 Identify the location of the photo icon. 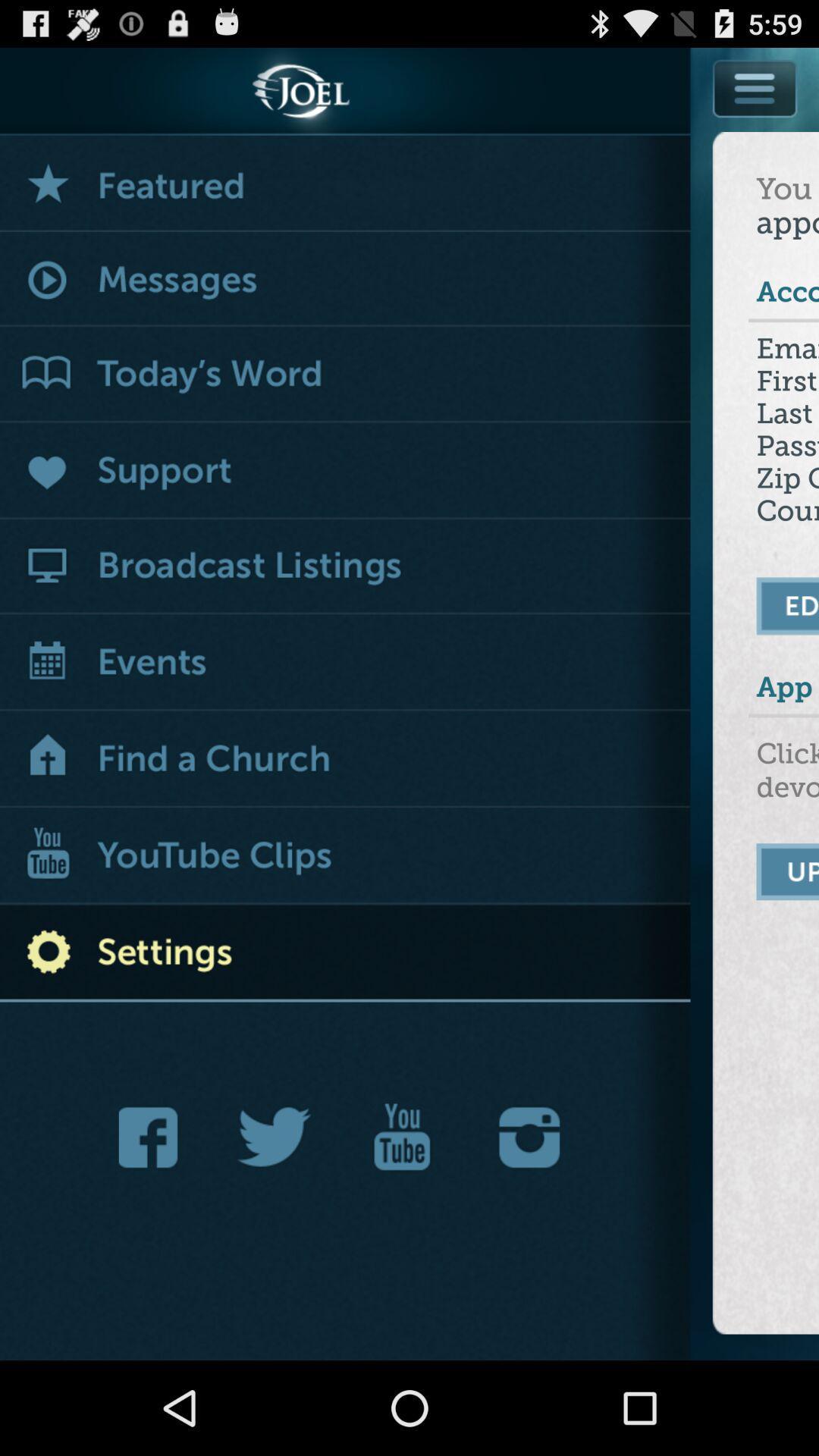
(529, 1217).